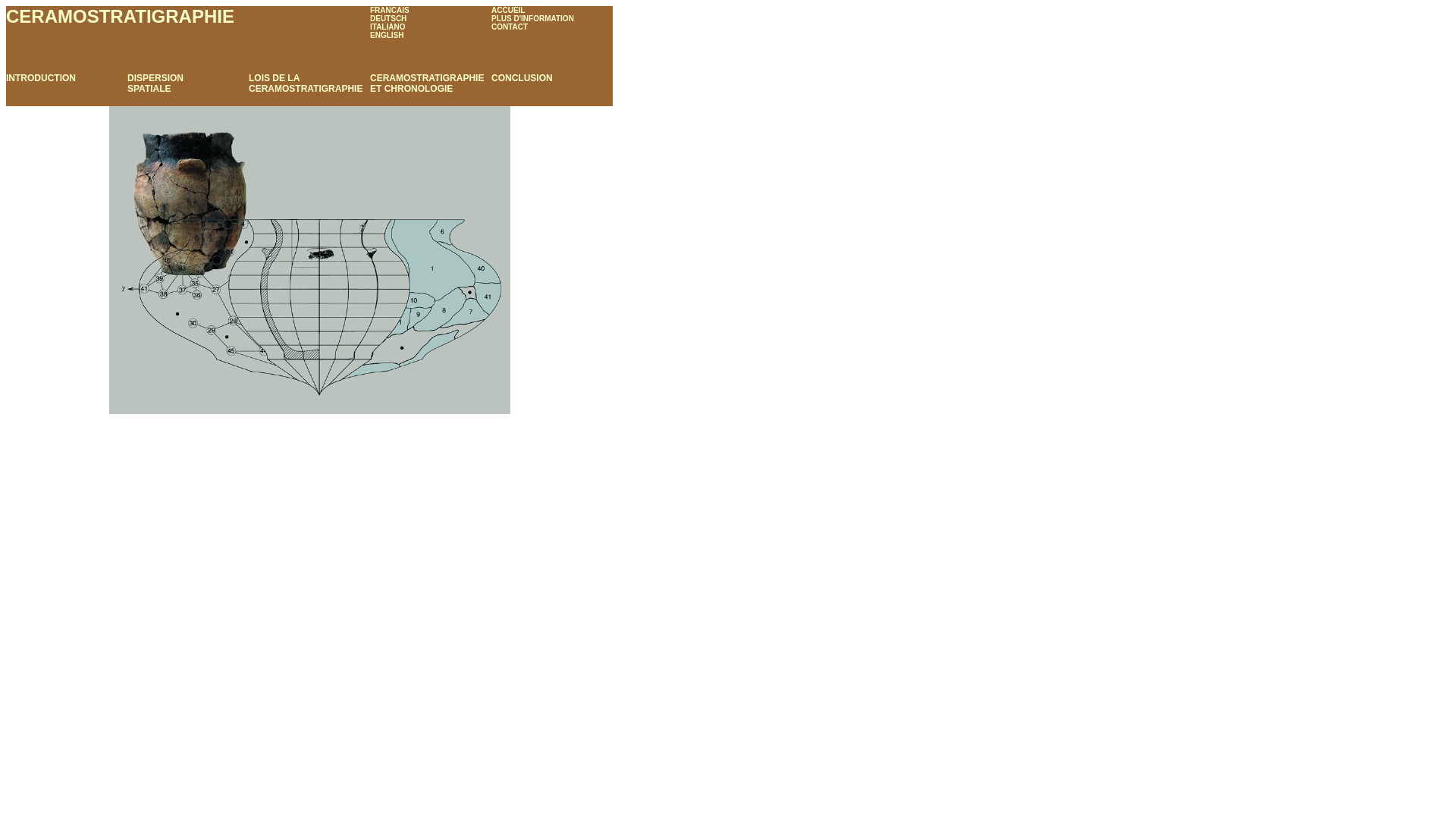 Image resolution: width=1456 pixels, height=819 pixels. I want to click on 'INTRODUCTION', so click(40, 78).